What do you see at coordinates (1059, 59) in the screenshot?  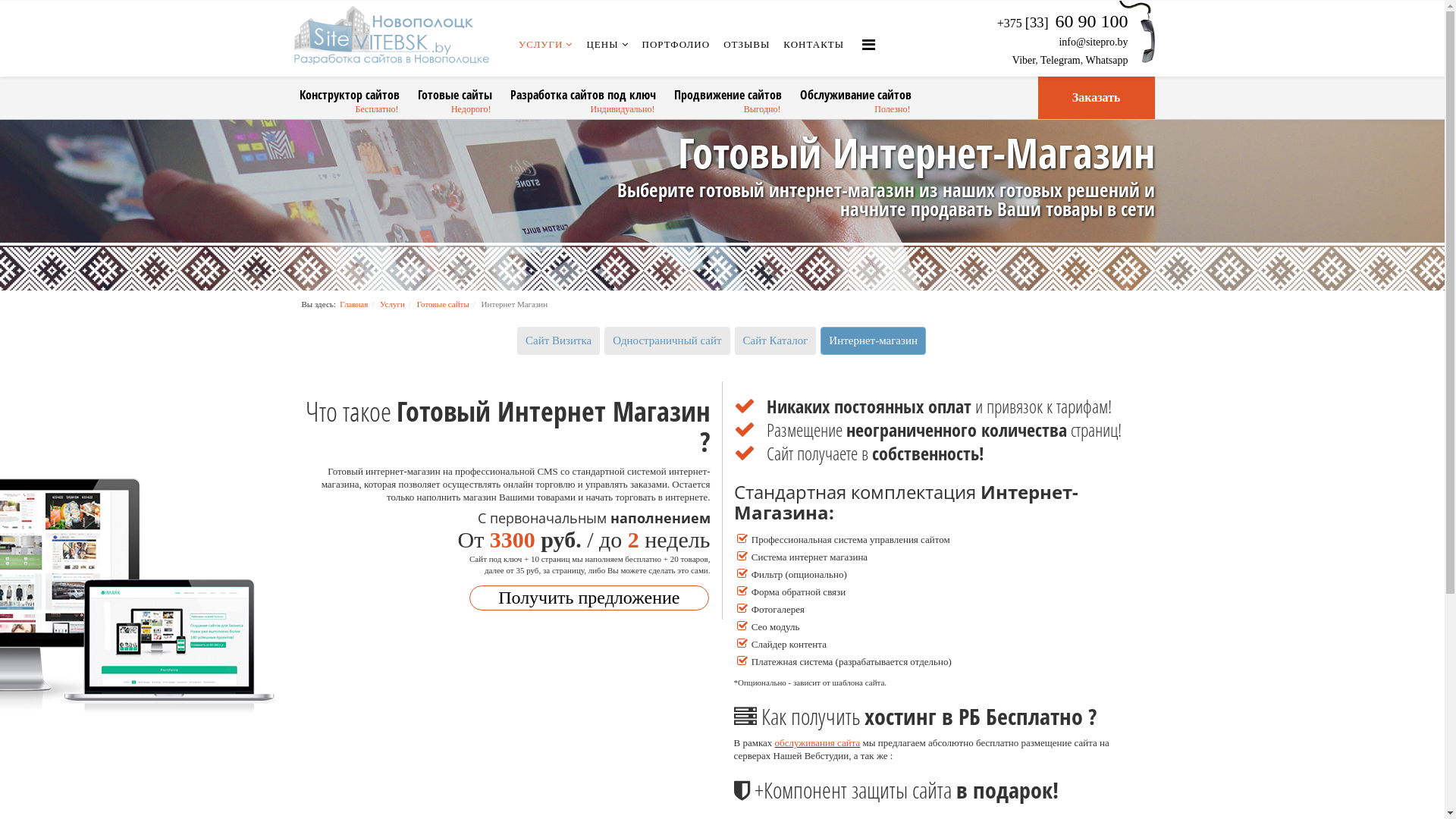 I see `'Telegram'` at bounding box center [1059, 59].